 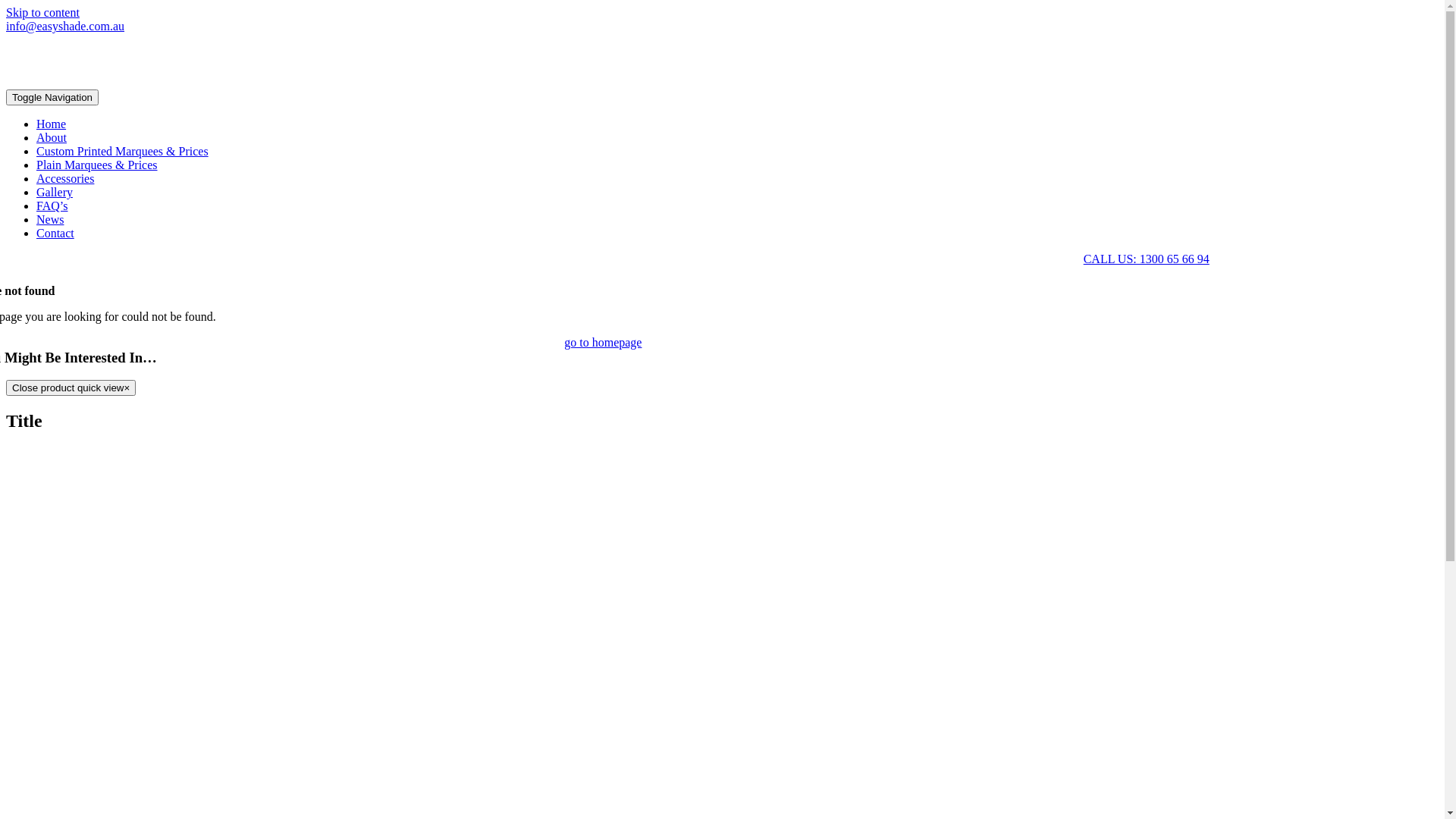 I want to click on 'go to homepage', so click(x=602, y=342).